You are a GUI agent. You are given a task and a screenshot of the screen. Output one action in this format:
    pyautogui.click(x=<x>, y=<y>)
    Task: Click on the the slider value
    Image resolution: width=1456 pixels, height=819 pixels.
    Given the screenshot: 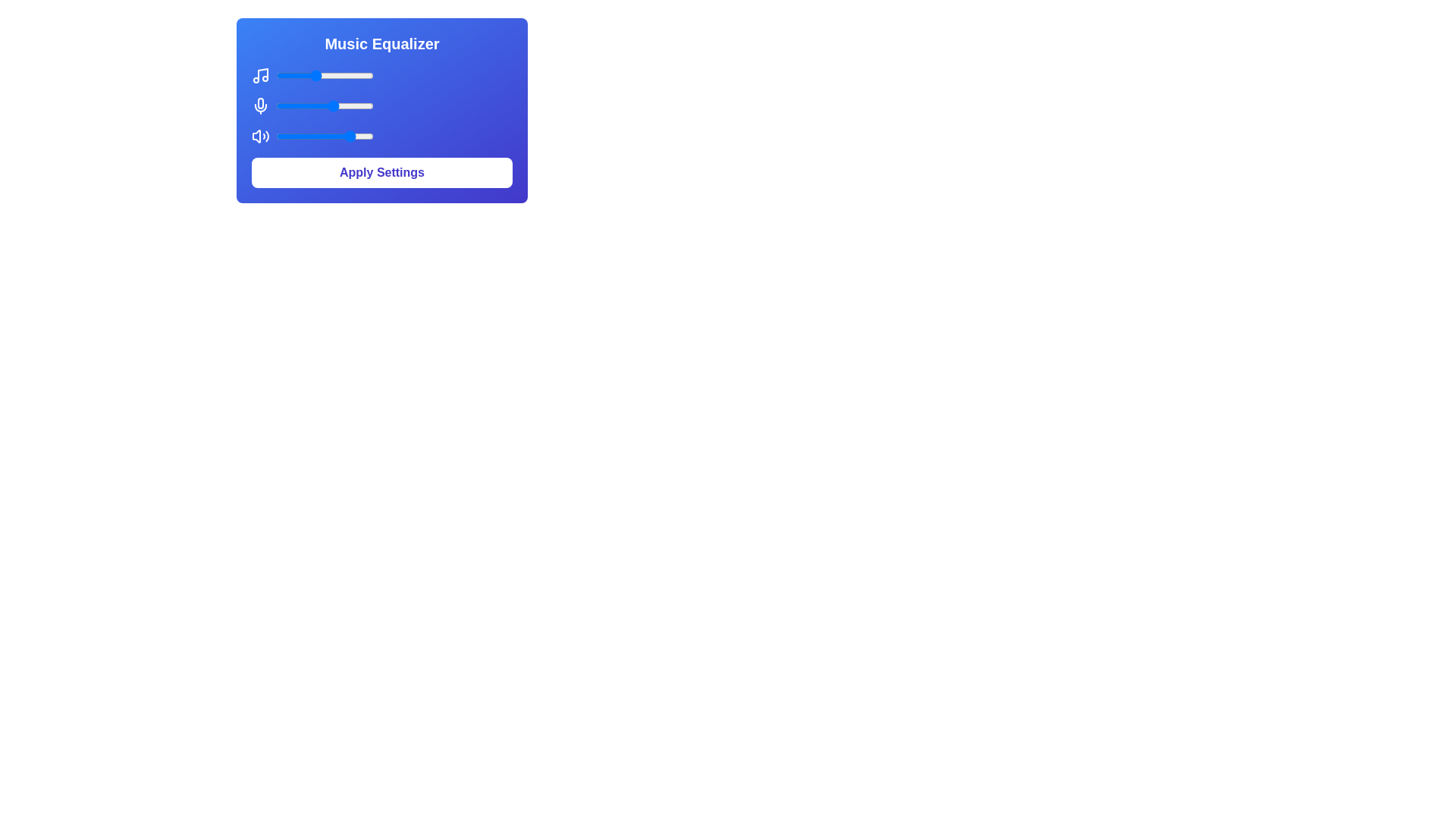 What is the action you would take?
    pyautogui.click(x=276, y=136)
    